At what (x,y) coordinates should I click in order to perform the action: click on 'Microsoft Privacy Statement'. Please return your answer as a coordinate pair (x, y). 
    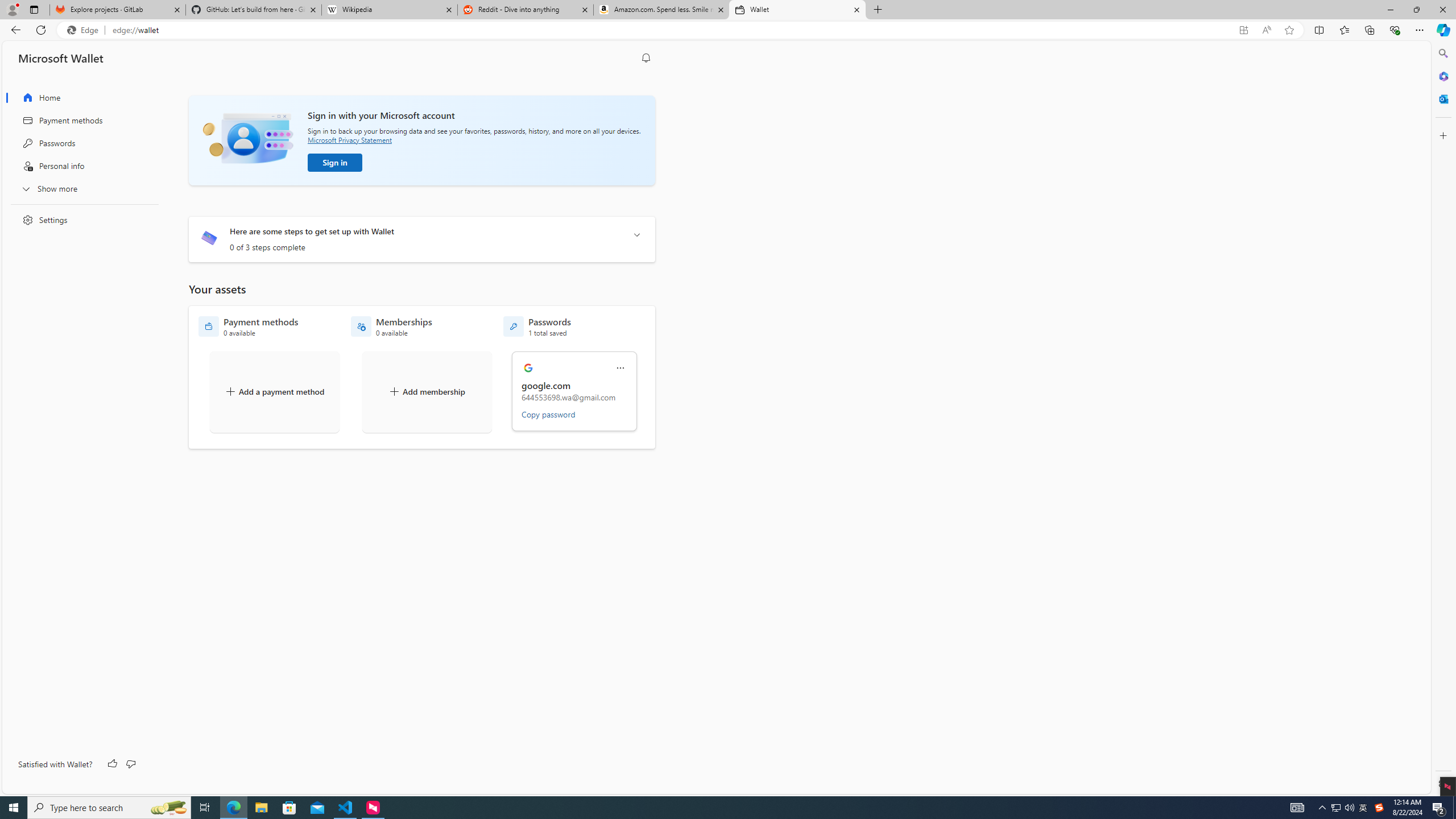
    Looking at the image, I should click on (349, 139).